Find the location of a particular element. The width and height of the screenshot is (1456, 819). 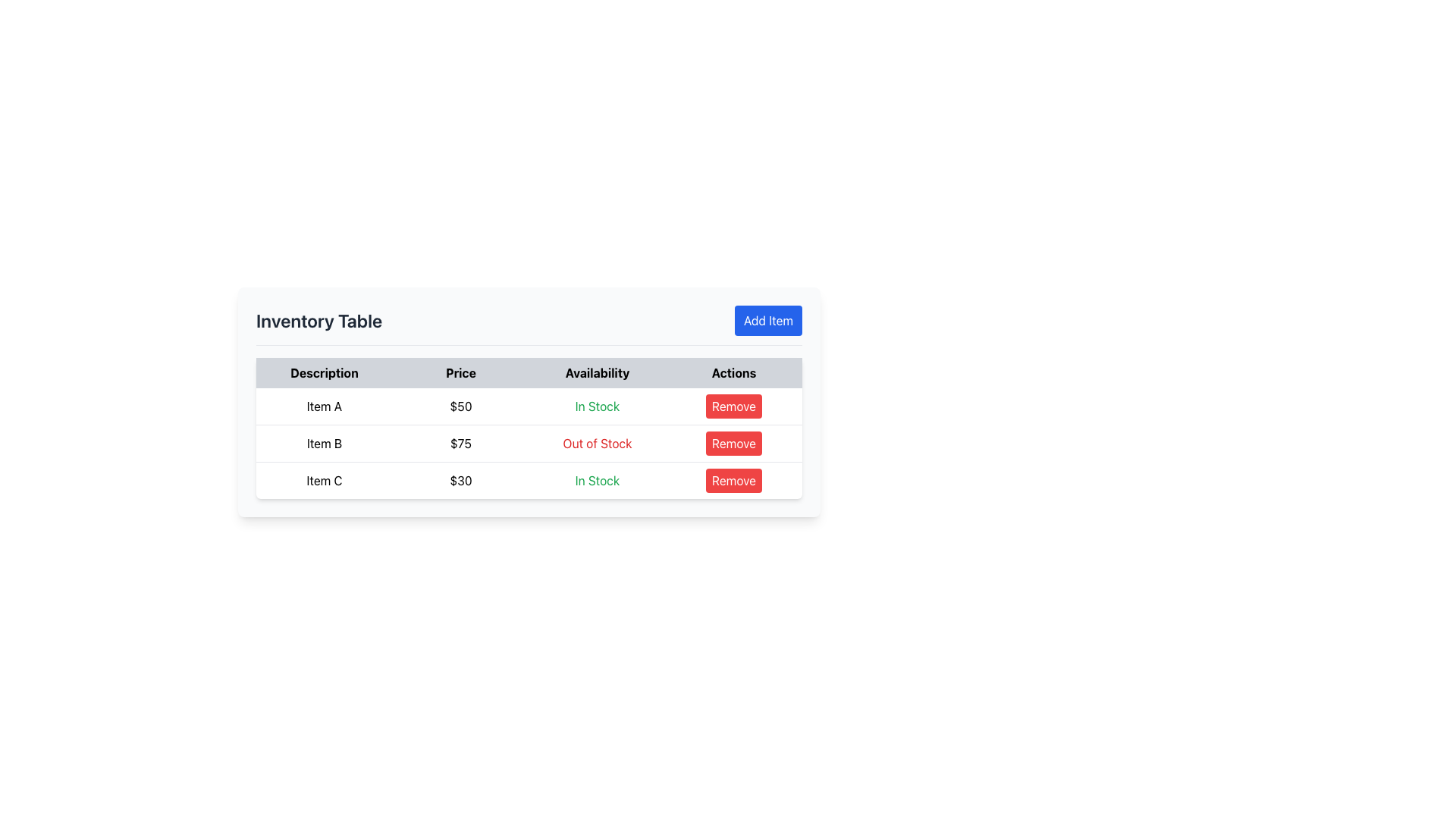

the red-colored text label reading 'Out of Stock' in the 'Availability' column of the inventory list for 'Item B' is located at coordinates (596, 444).